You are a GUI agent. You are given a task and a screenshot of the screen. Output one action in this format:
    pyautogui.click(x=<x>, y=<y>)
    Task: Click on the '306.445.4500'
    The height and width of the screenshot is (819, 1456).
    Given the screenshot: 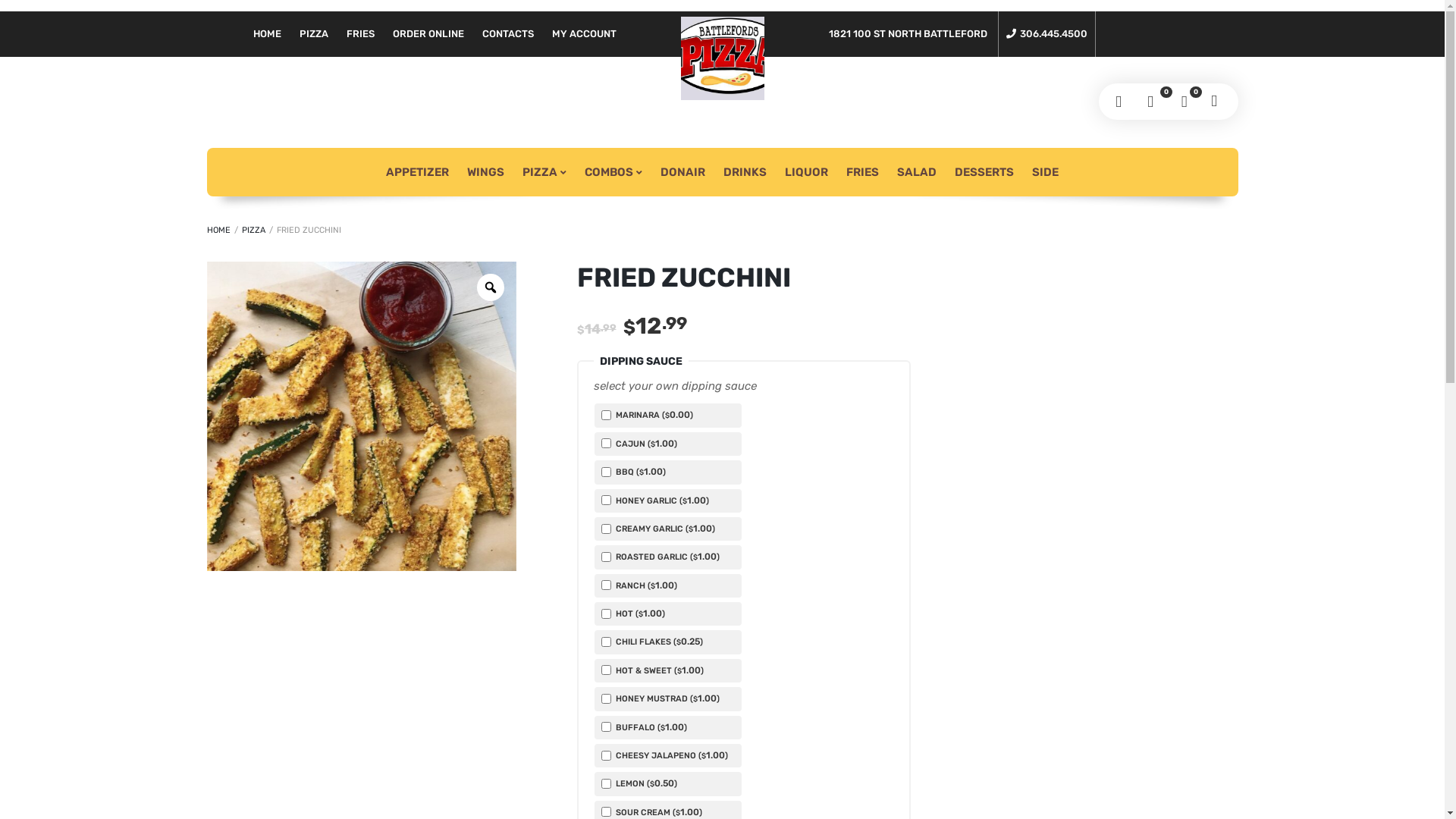 What is the action you would take?
    pyautogui.click(x=1045, y=34)
    